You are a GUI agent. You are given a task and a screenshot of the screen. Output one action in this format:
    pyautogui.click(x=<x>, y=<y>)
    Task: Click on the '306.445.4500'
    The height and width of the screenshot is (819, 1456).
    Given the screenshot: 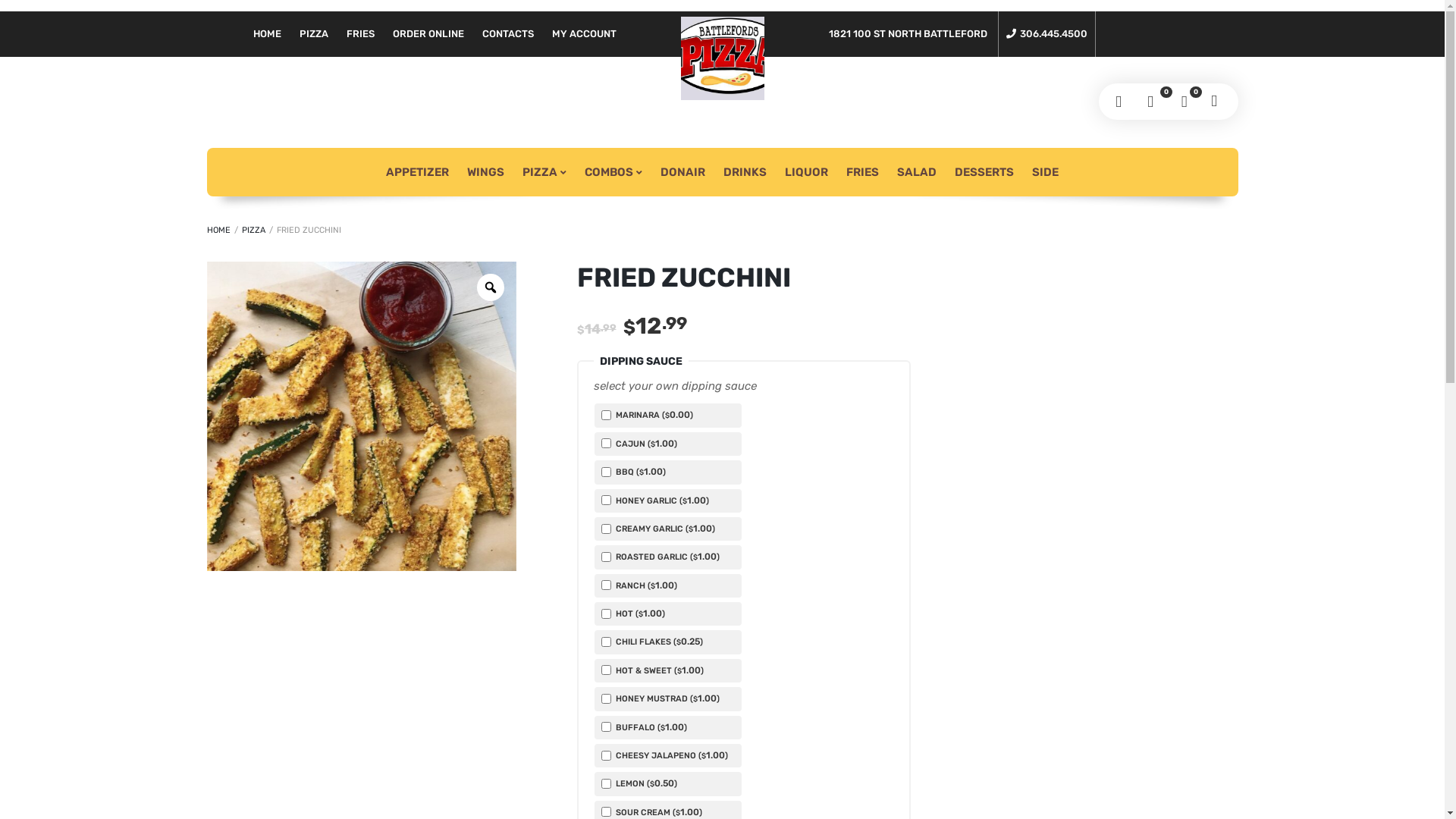 What is the action you would take?
    pyautogui.click(x=1045, y=34)
    